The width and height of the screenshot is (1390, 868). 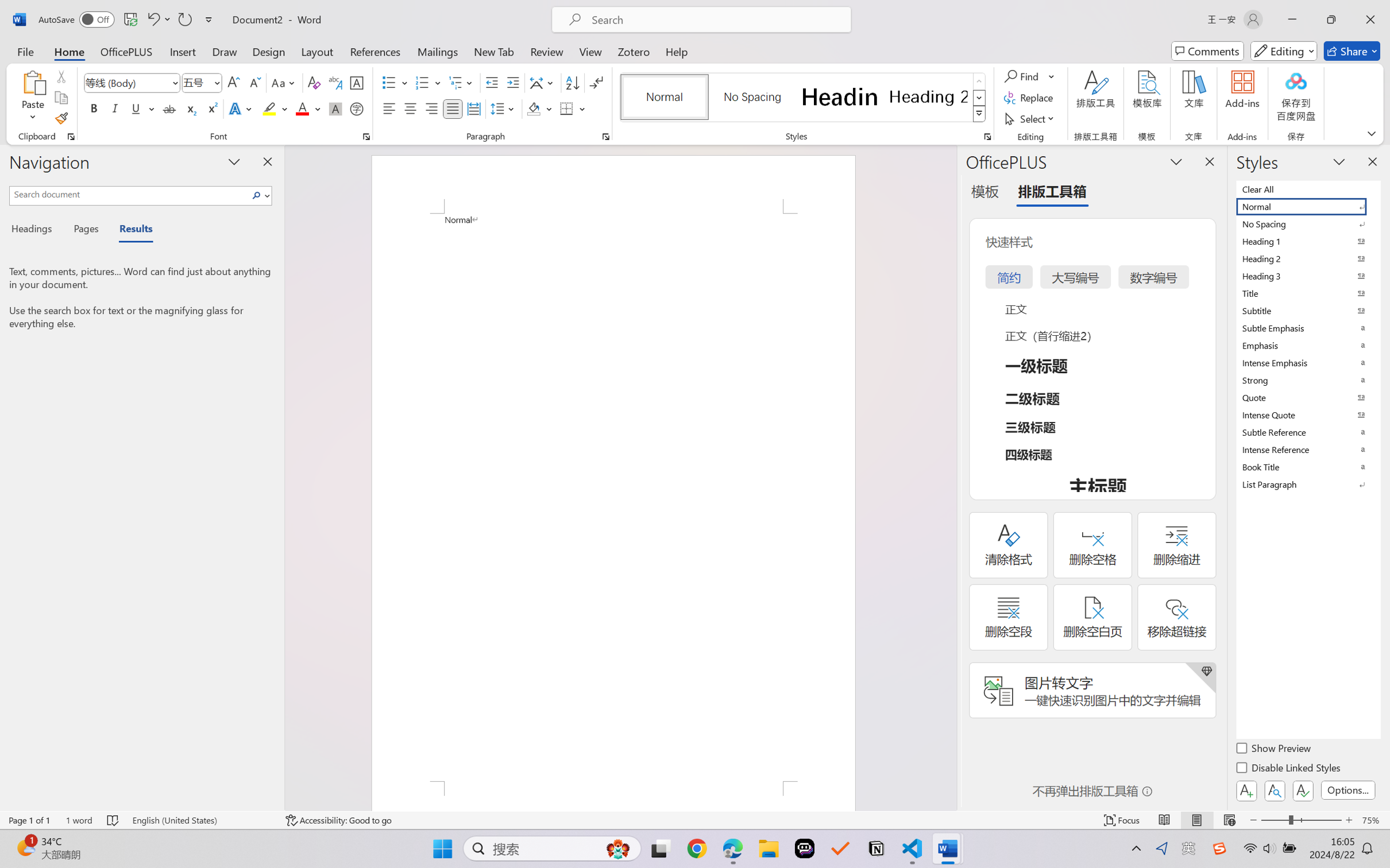 I want to click on 'Shrink Font', so click(x=253, y=83).